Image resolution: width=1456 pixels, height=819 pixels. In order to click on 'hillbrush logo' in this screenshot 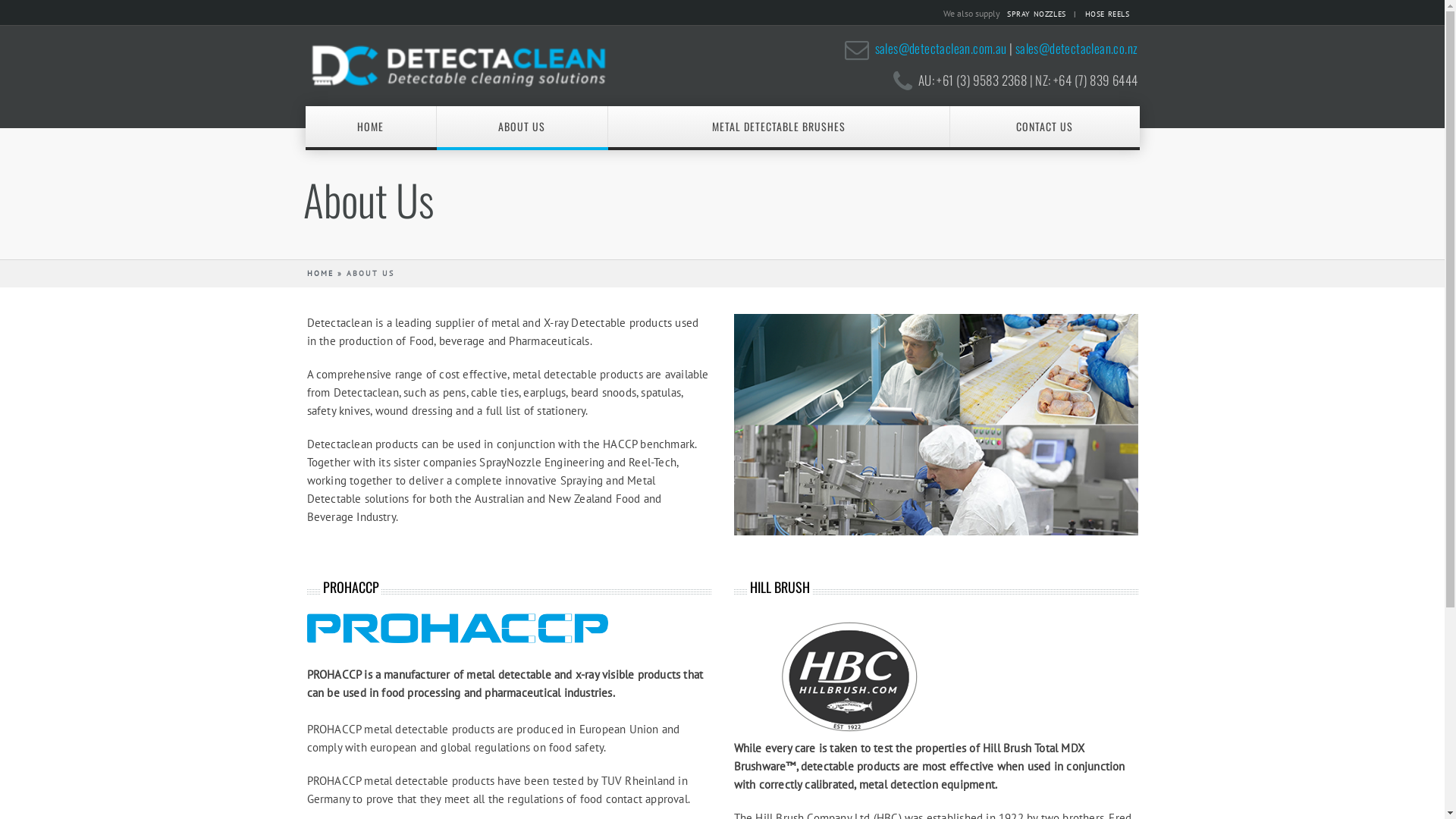, I will do `click(848, 675)`.